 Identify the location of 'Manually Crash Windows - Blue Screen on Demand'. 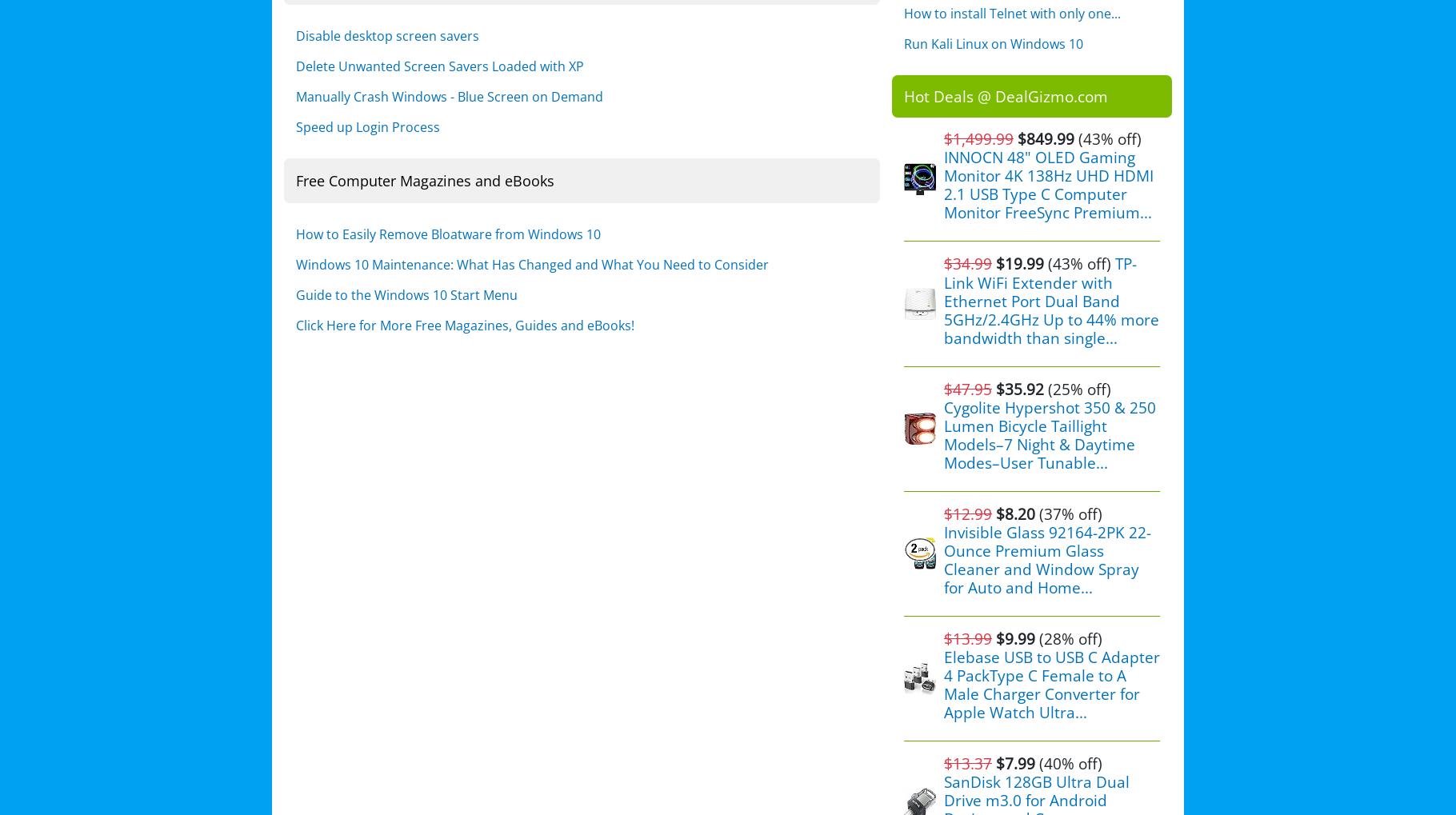
(450, 95).